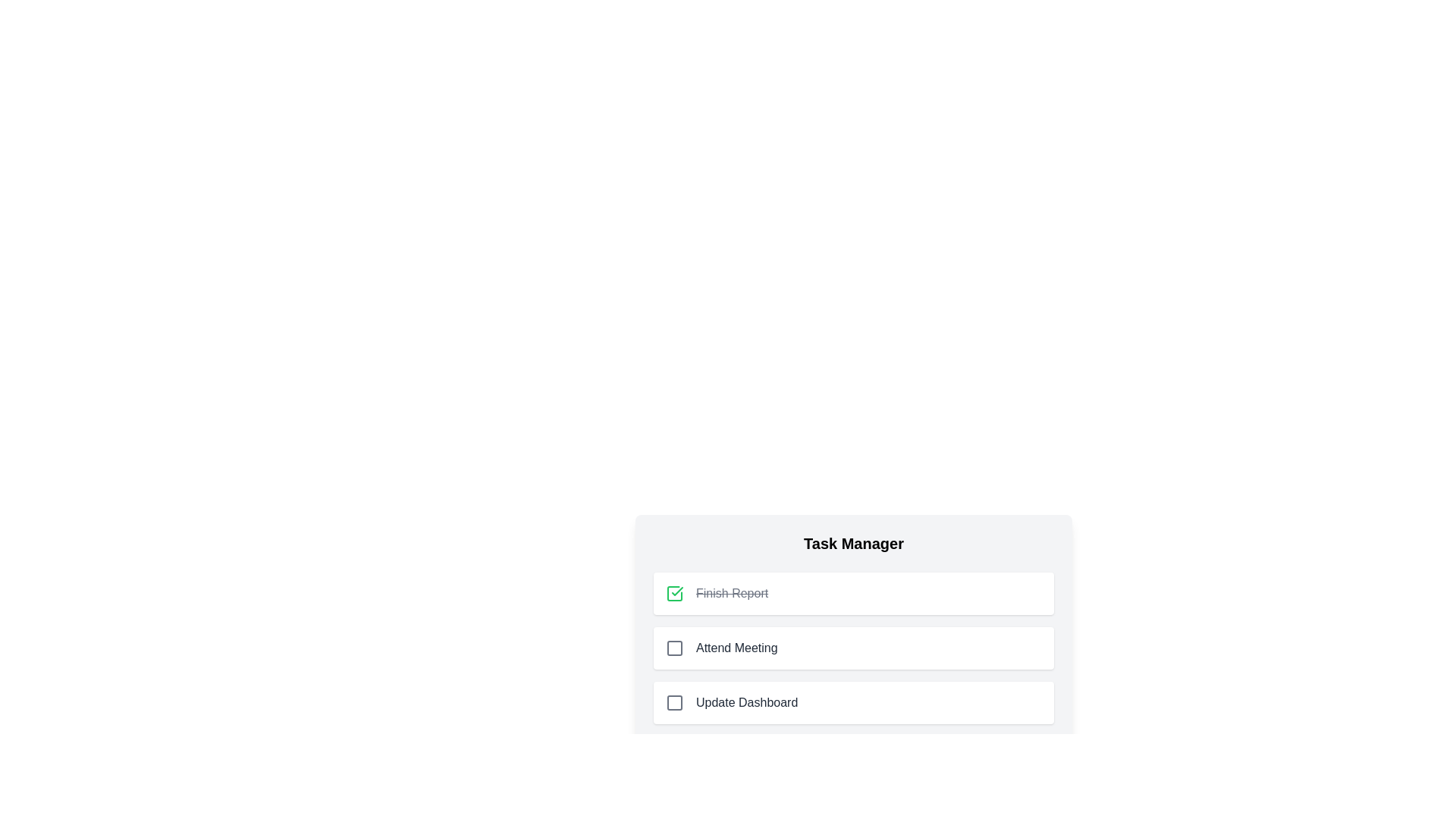 Image resolution: width=1456 pixels, height=819 pixels. I want to click on the checkbox with a green check mark that indicates a completed task, located before the label 'Finish Report', so click(673, 593).